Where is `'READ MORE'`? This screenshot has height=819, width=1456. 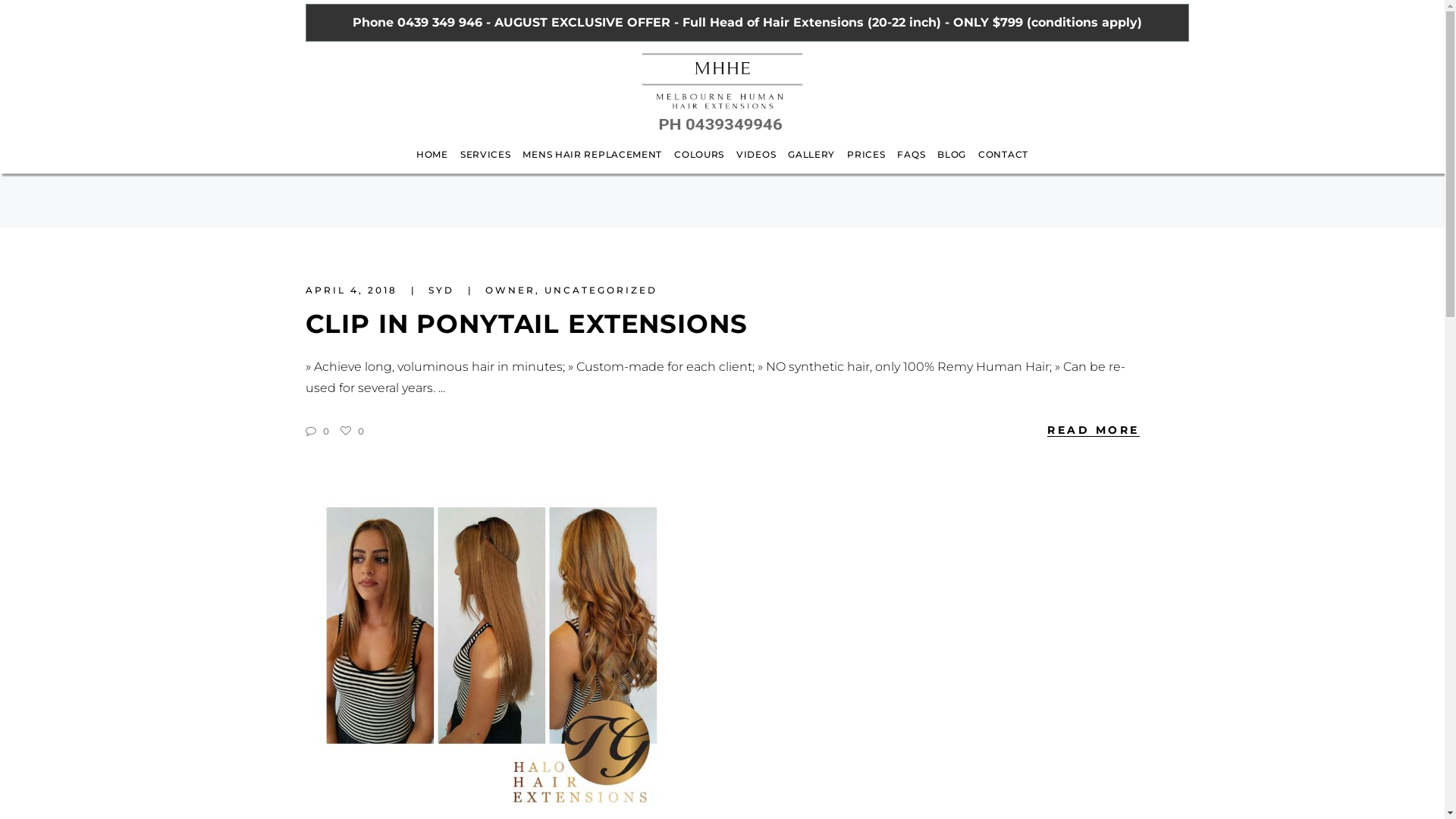 'READ MORE' is located at coordinates (1093, 429).